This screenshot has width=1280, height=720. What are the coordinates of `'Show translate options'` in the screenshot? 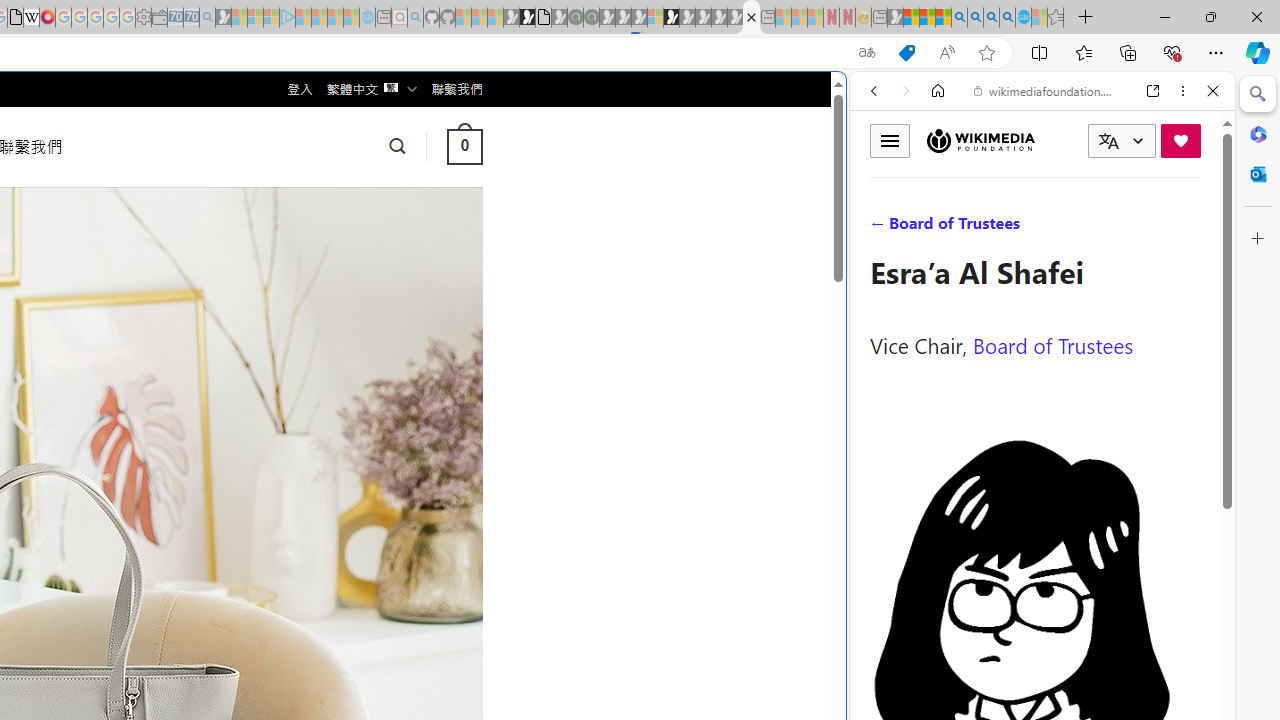 It's located at (867, 52).